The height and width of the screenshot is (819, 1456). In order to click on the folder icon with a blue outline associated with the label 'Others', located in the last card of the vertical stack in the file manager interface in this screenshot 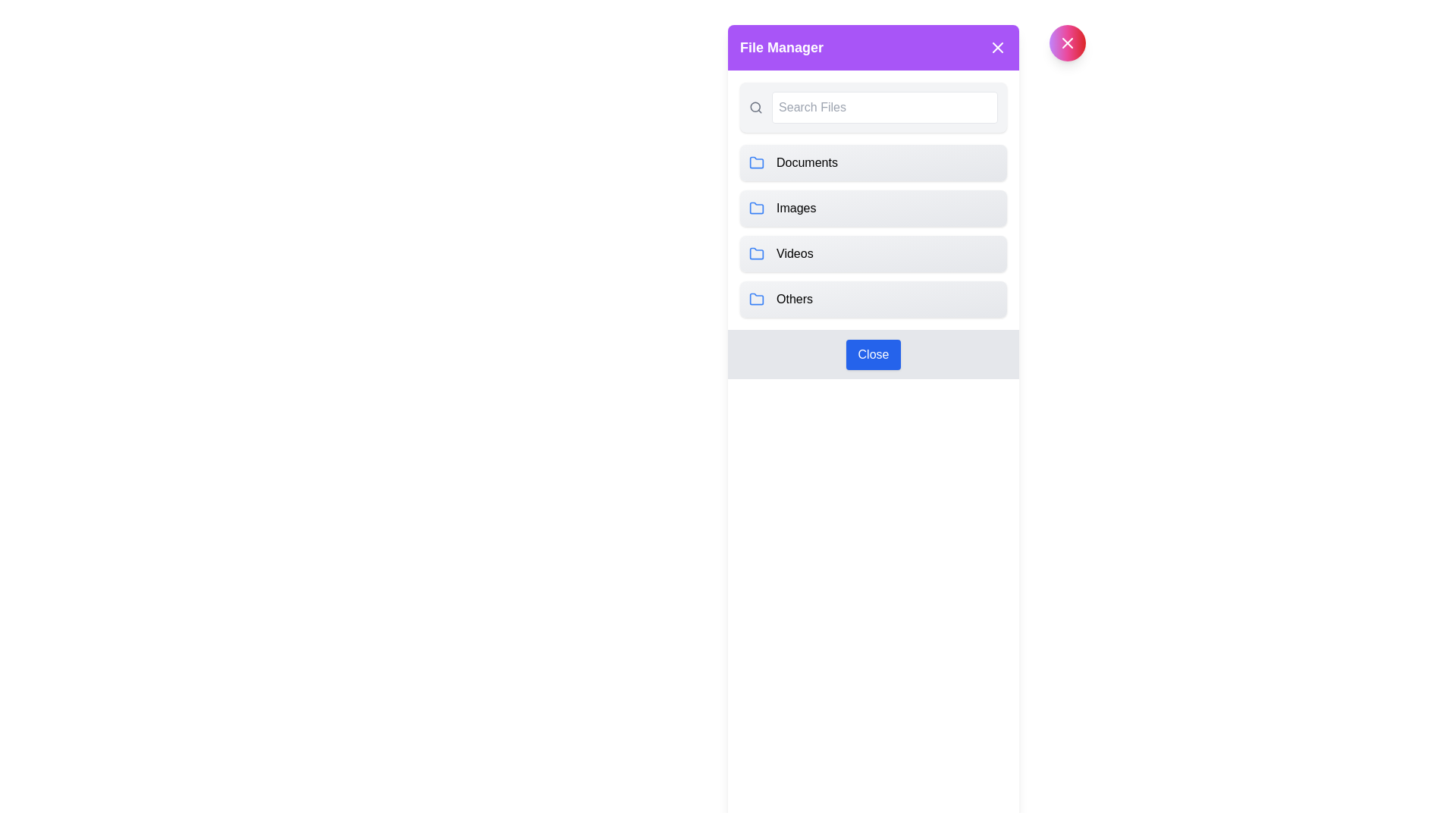, I will do `click(757, 299)`.